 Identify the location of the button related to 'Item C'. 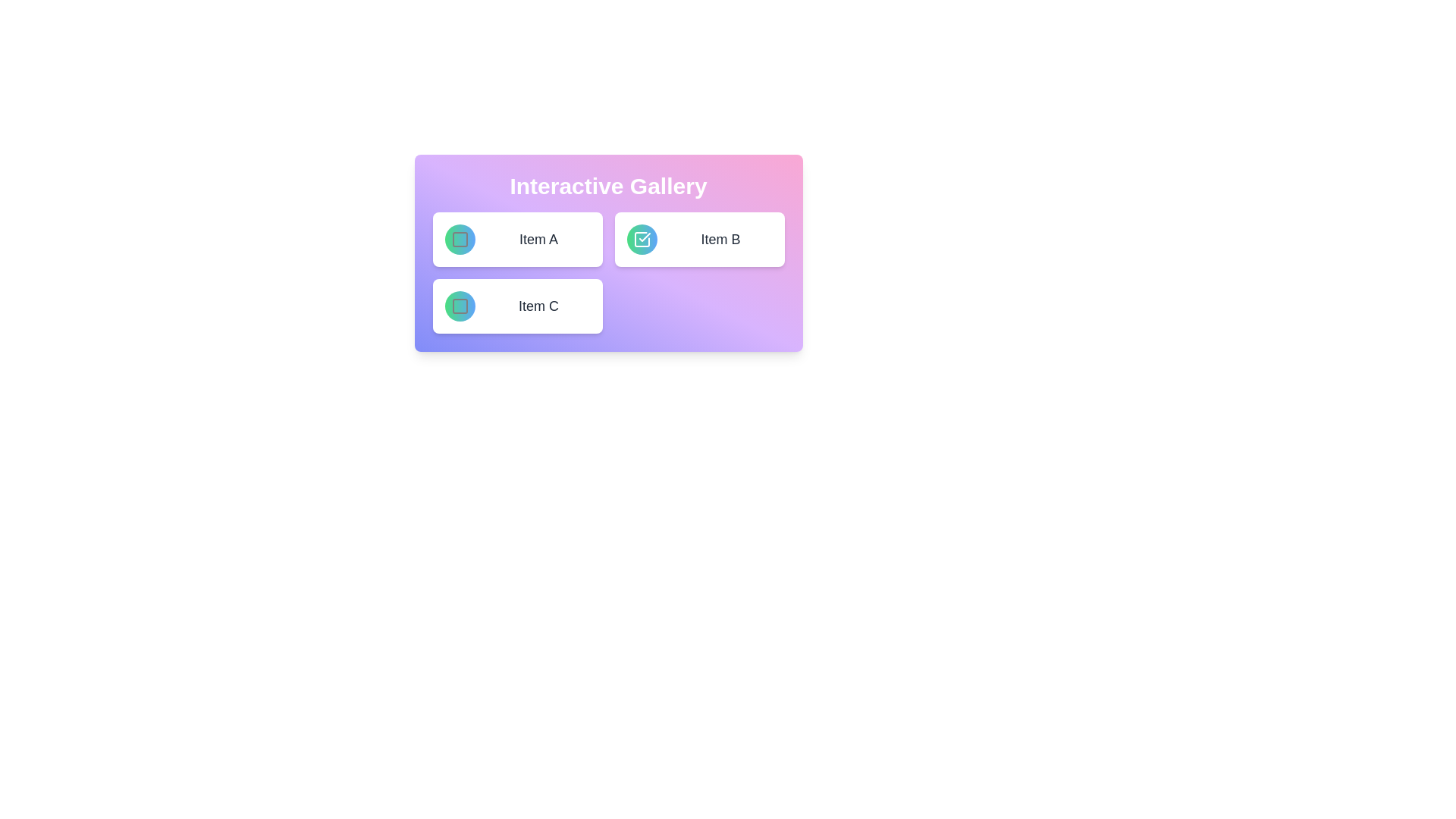
(459, 306).